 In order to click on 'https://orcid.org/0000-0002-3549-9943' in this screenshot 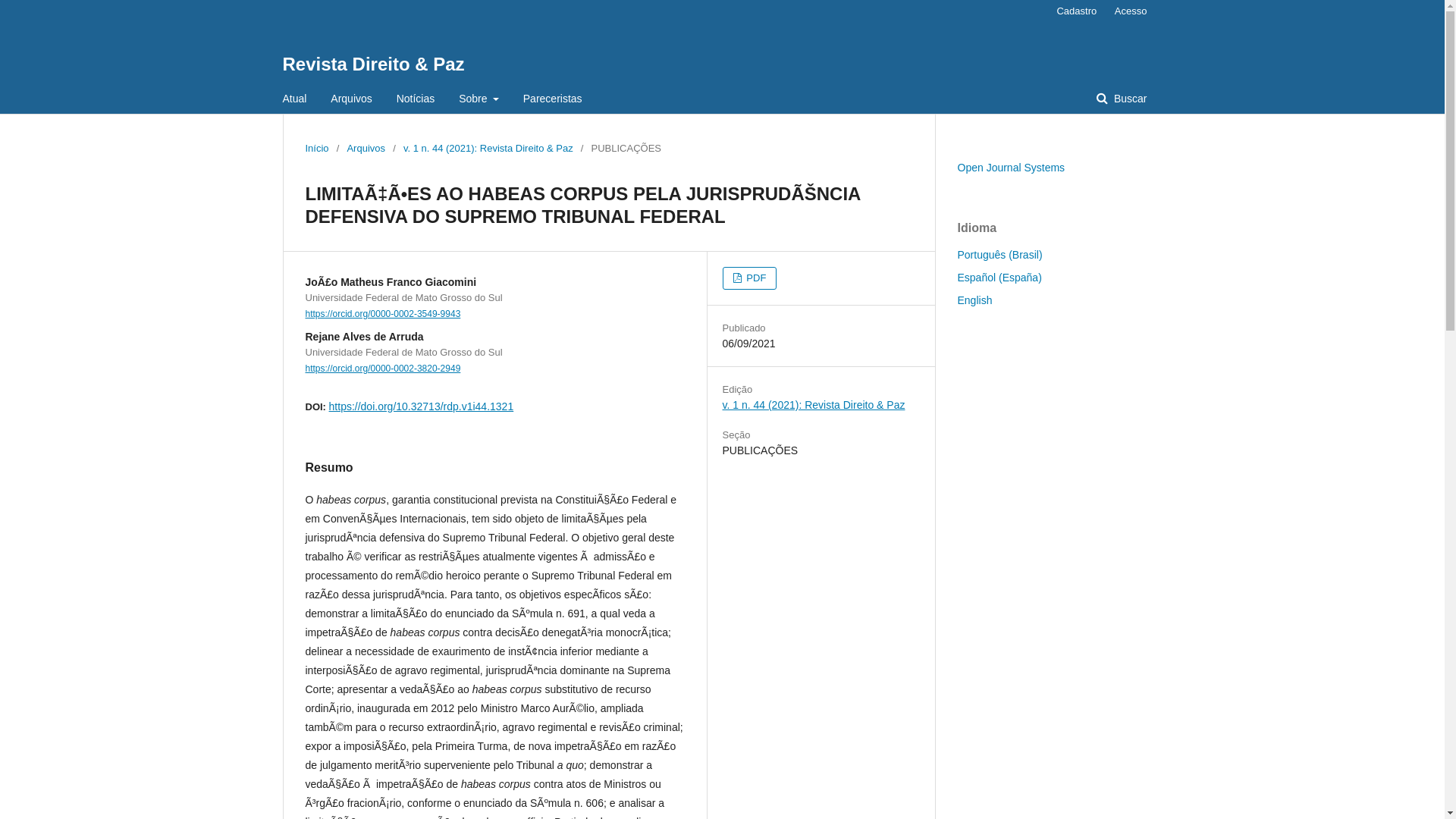, I will do `click(382, 312)`.